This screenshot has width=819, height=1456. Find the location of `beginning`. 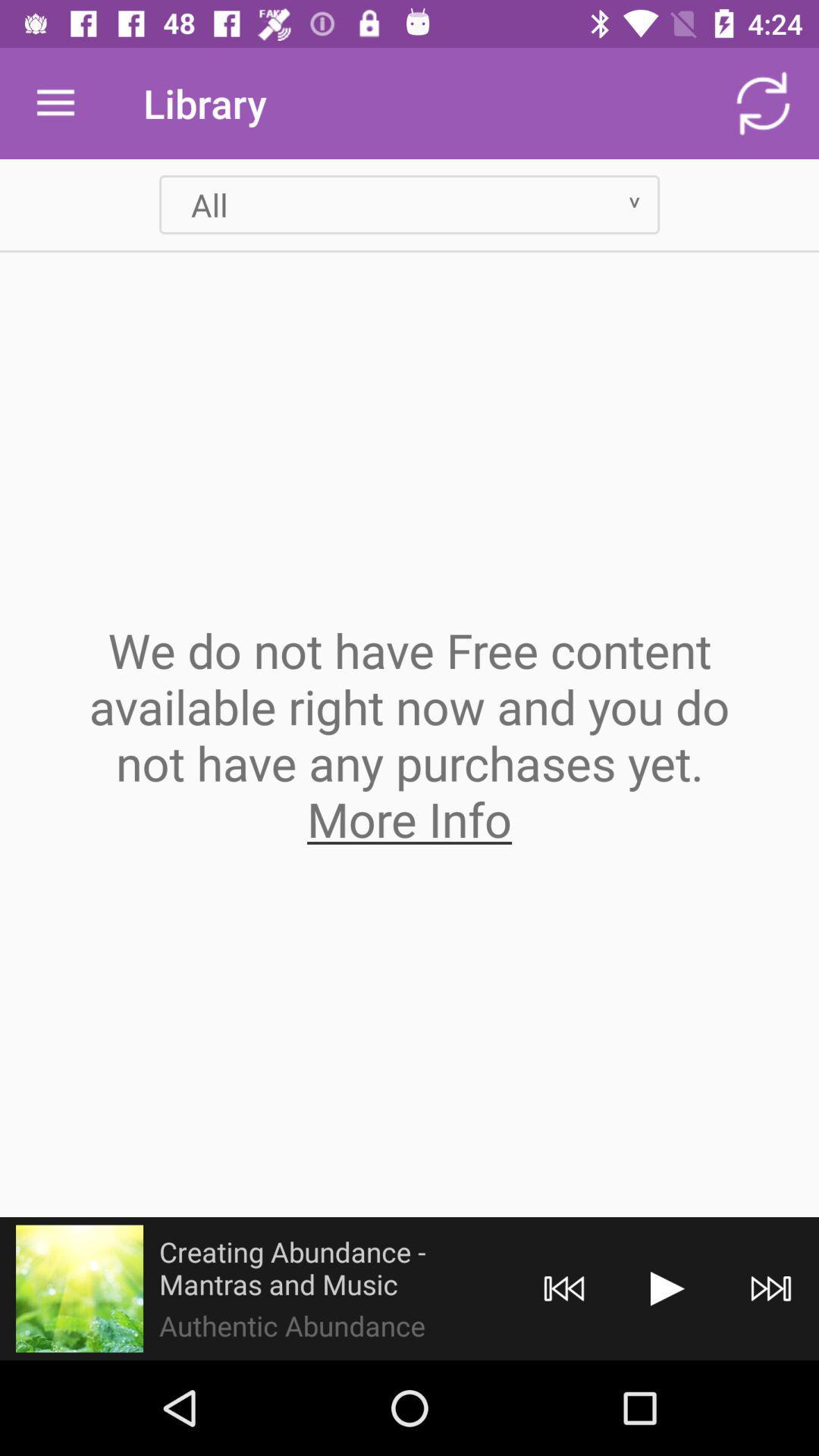

beginning is located at coordinates (564, 1288).